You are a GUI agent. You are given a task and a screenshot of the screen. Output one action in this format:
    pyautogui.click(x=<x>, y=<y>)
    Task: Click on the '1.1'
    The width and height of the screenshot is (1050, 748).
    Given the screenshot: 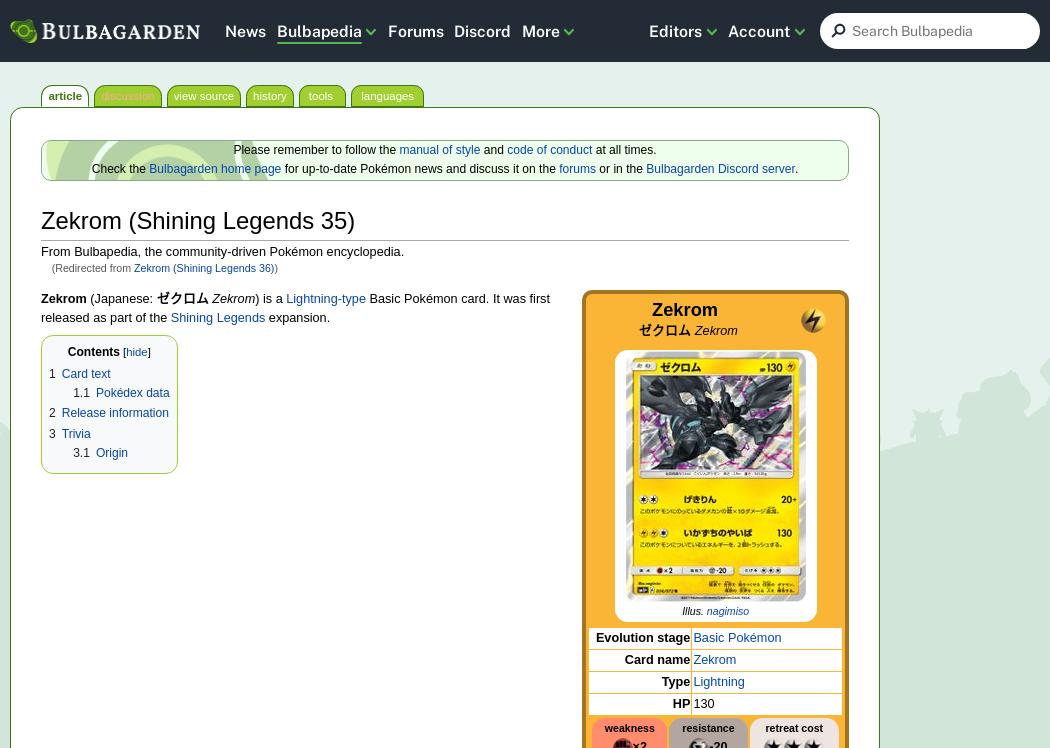 What is the action you would take?
    pyautogui.click(x=80, y=392)
    